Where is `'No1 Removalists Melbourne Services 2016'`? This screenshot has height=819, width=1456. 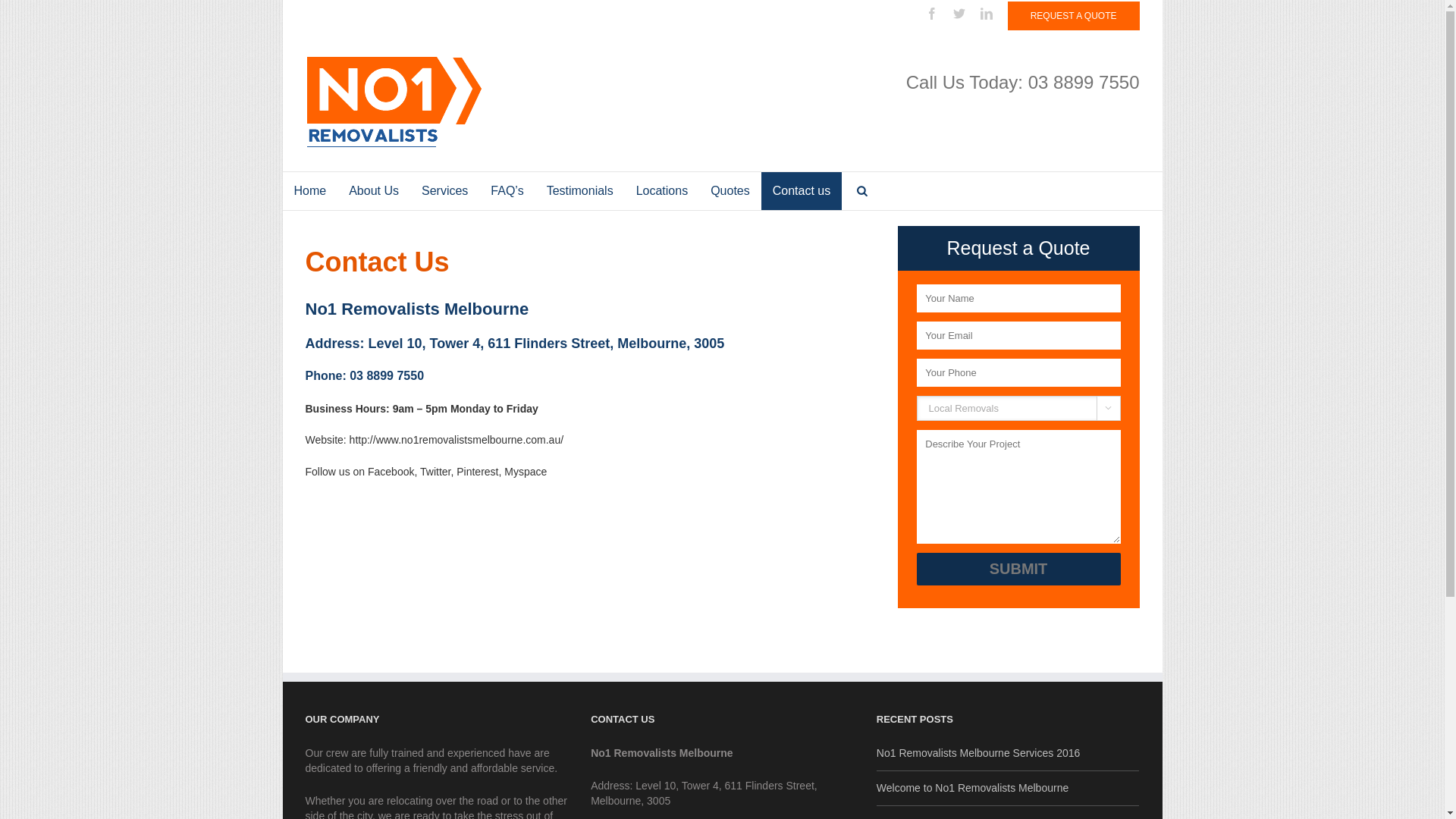 'No1 Removalists Melbourne Services 2016' is located at coordinates (1008, 753).